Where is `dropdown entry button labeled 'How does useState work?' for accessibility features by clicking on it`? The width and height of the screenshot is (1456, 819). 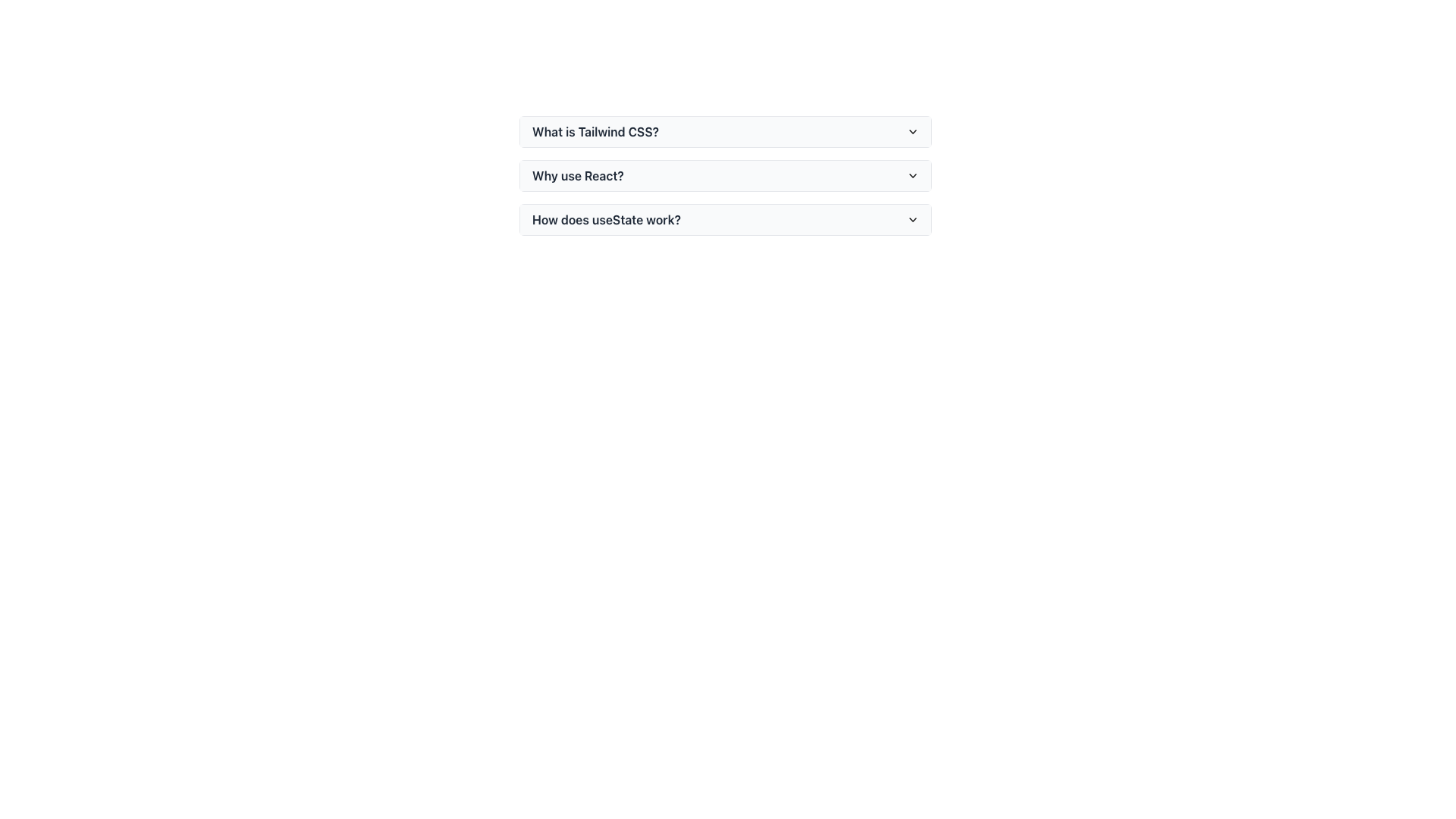 dropdown entry button labeled 'How does useState work?' for accessibility features by clicking on it is located at coordinates (724, 219).